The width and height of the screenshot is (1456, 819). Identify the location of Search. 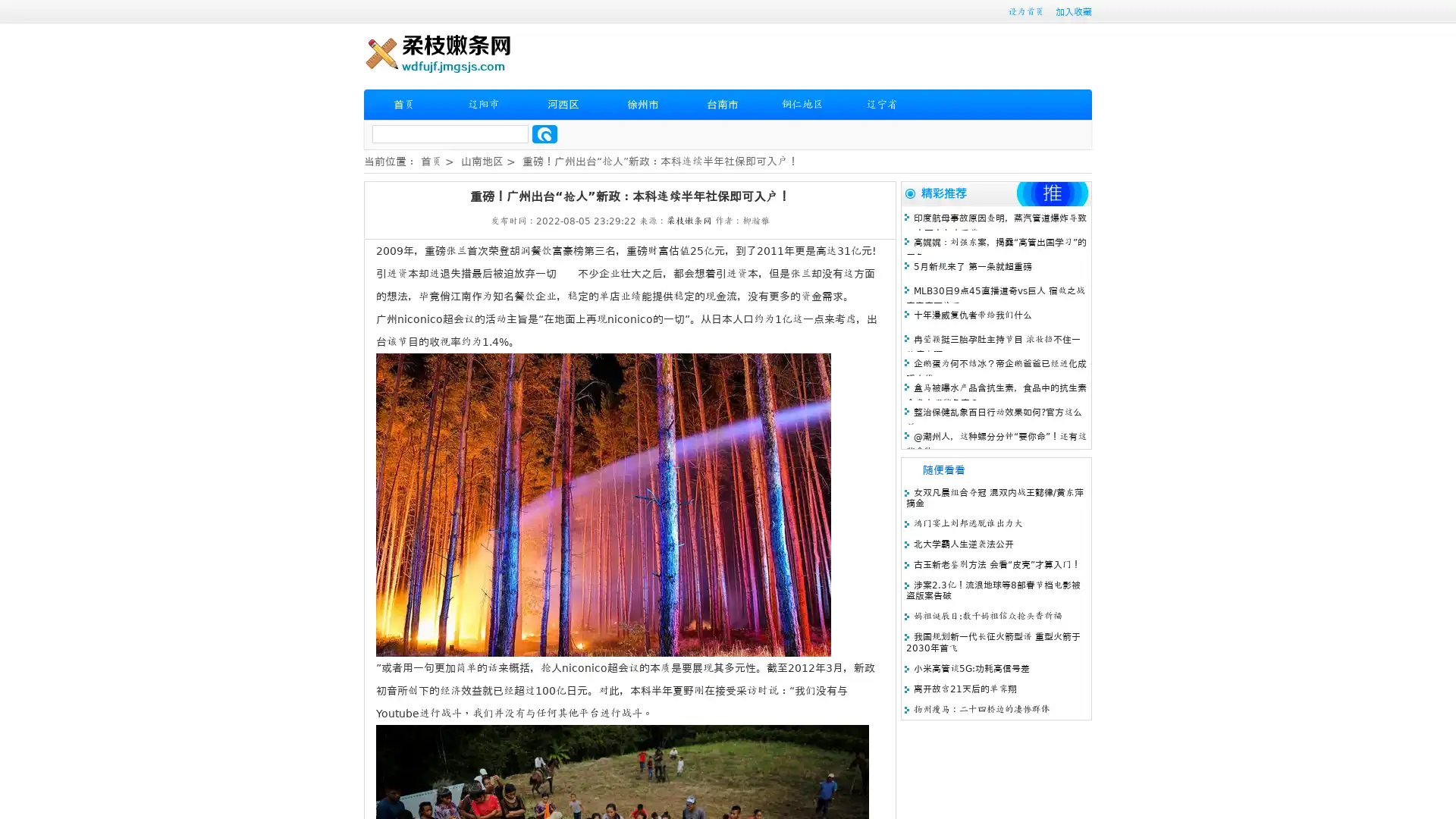
(544, 133).